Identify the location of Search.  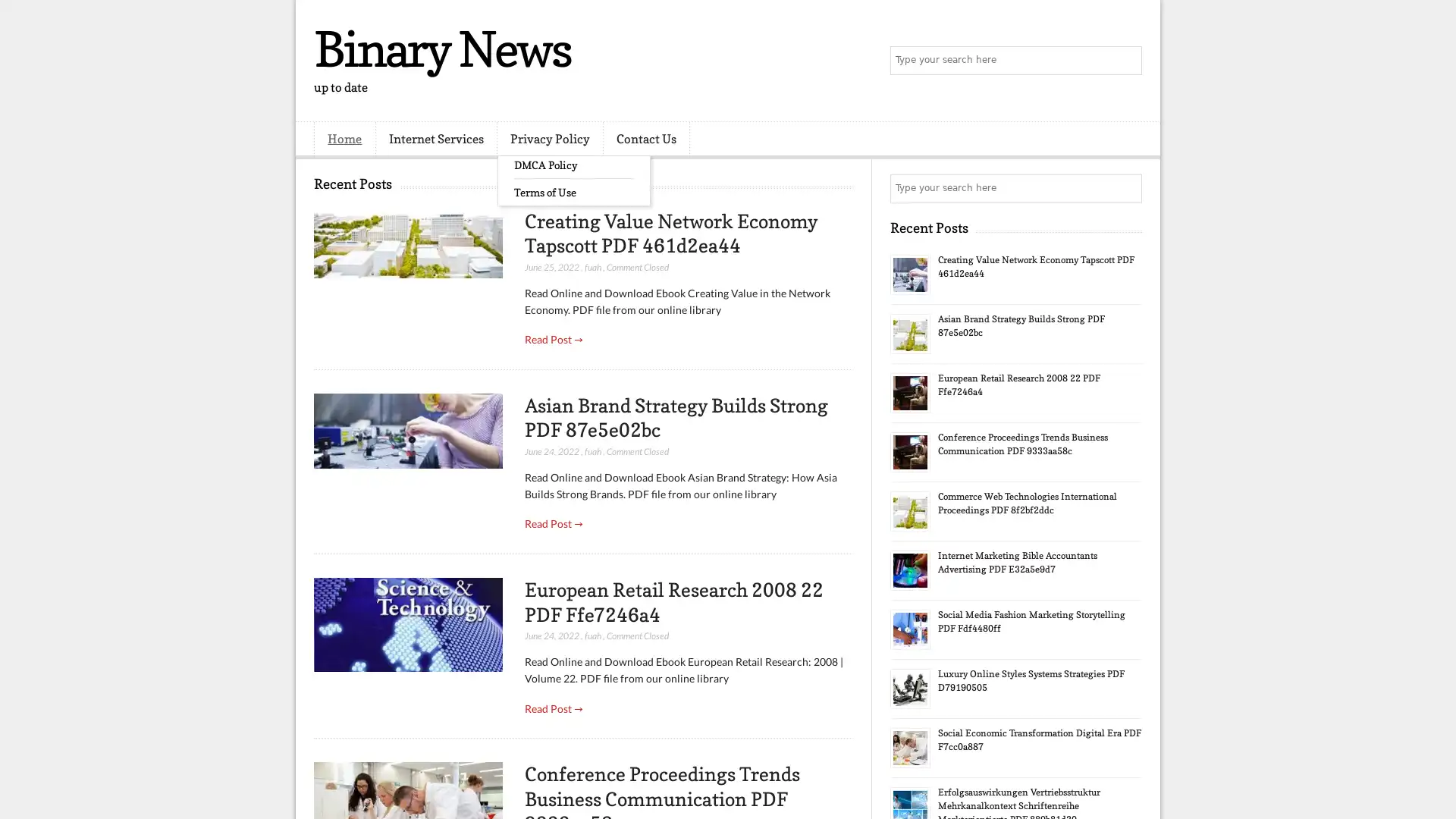
(1126, 61).